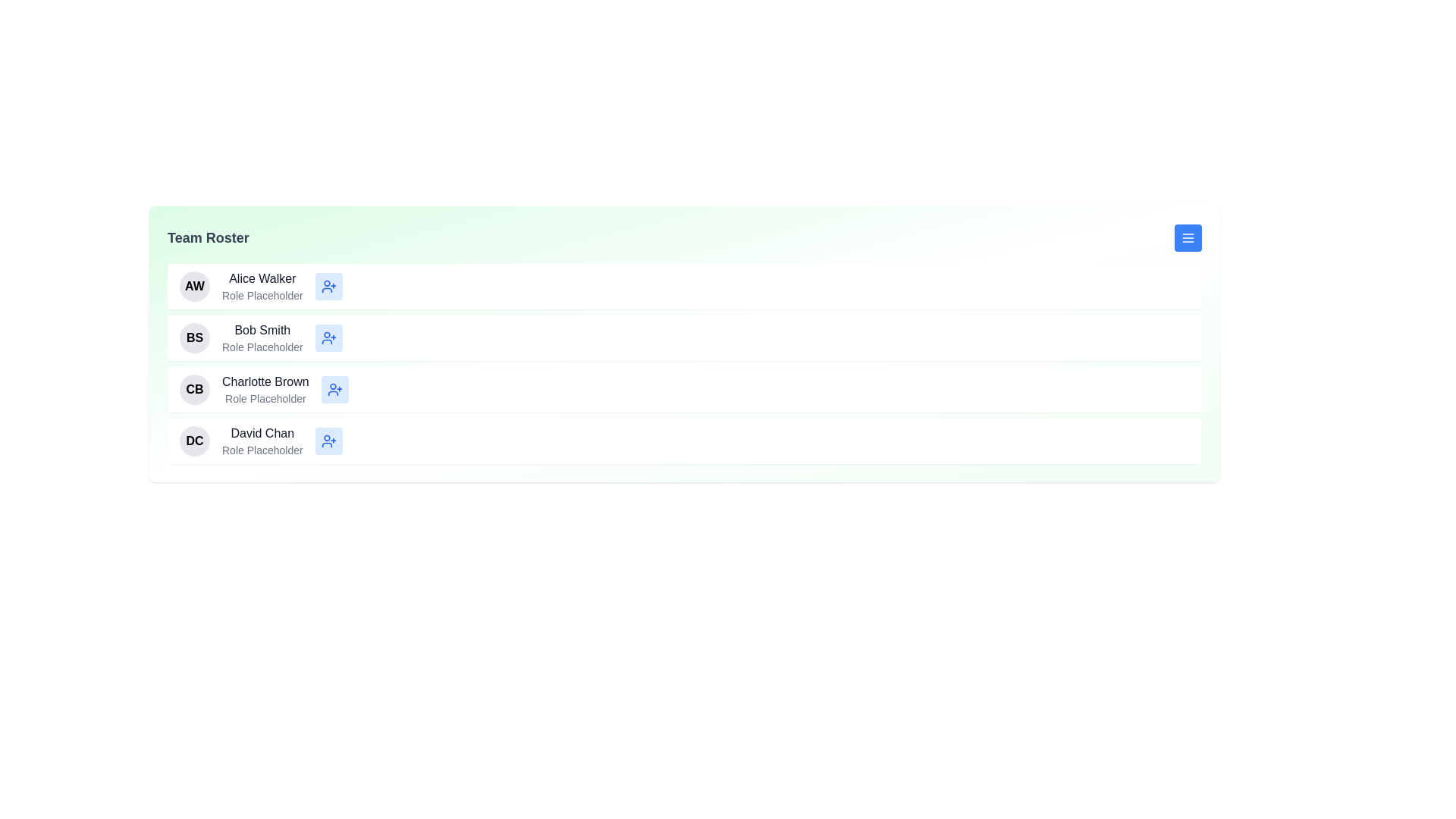  Describe the element at coordinates (262, 287) in the screenshot. I see `the Text block displaying a name and role description, located in the first row of a list, adjacent to the circular avatar labeled 'AW' on the left and a button with a person and plus icon on the right` at that location.